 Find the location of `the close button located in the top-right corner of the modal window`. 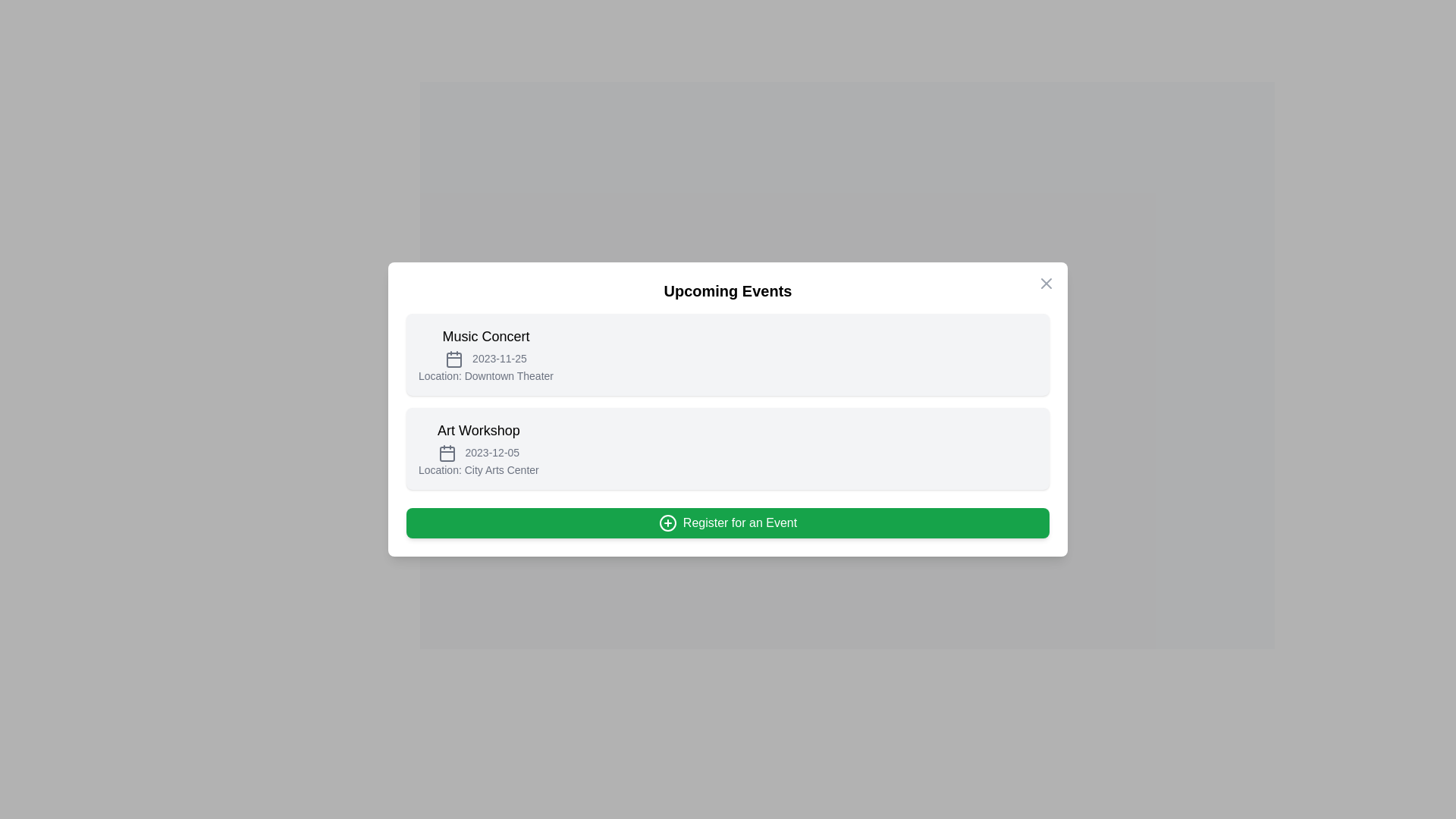

the close button located in the top-right corner of the modal window is located at coordinates (1046, 284).